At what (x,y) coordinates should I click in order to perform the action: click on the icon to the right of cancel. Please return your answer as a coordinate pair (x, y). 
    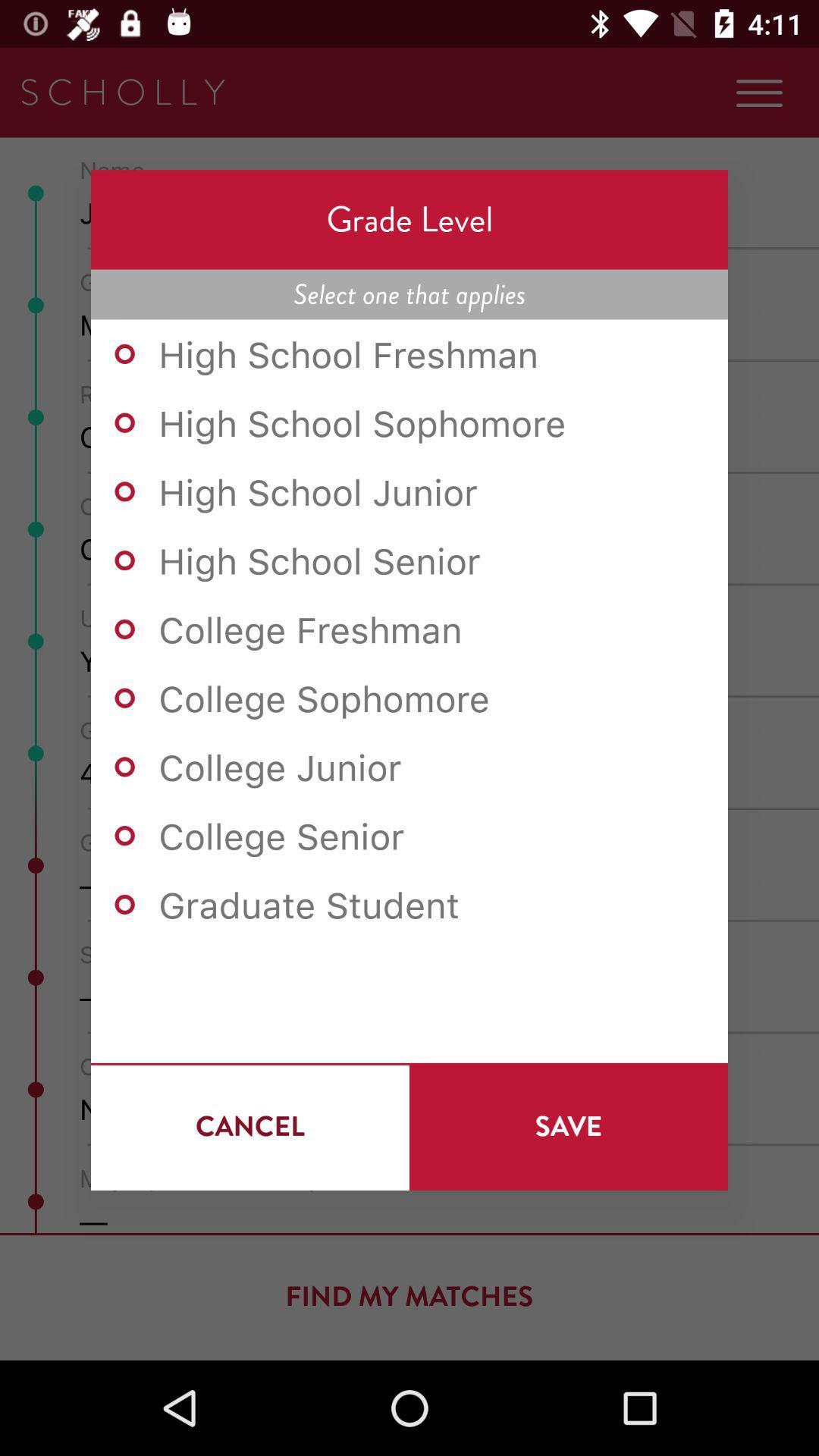
    Looking at the image, I should click on (568, 1126).